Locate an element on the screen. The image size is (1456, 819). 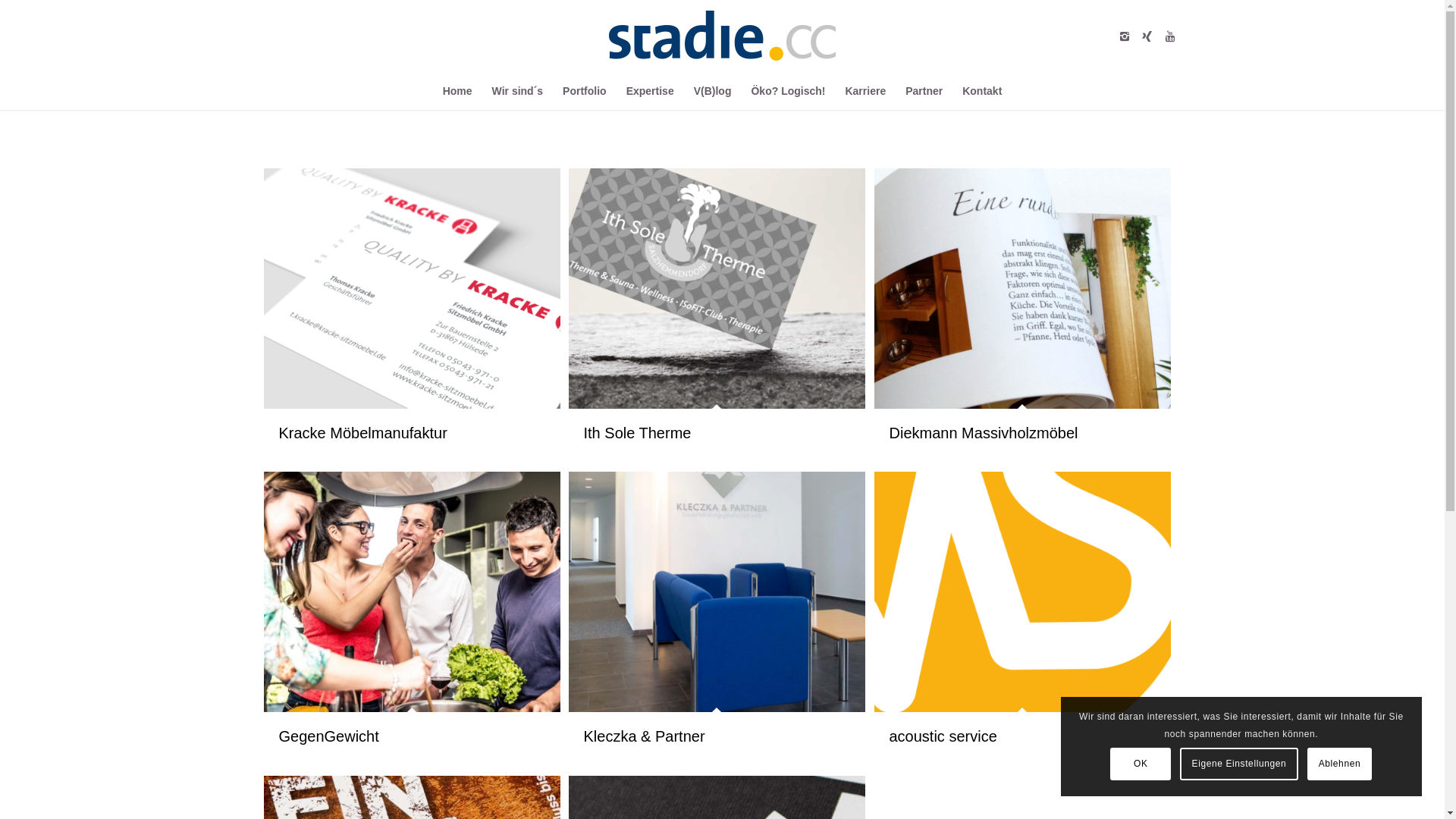
'Eigene Einstellungen' is located at coordinates (1238, 763).